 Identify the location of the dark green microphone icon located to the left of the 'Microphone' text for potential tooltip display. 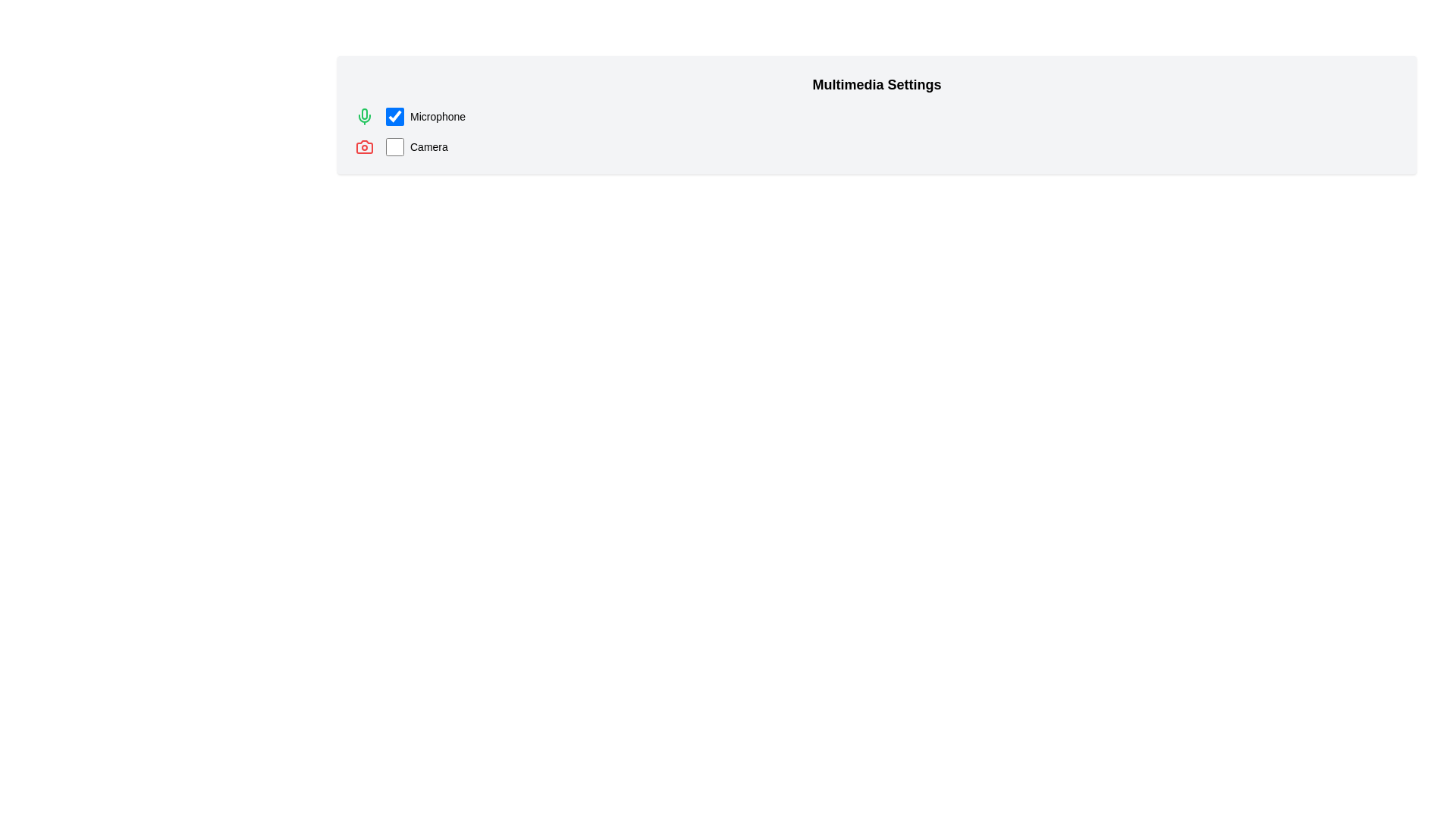
(364, 116).